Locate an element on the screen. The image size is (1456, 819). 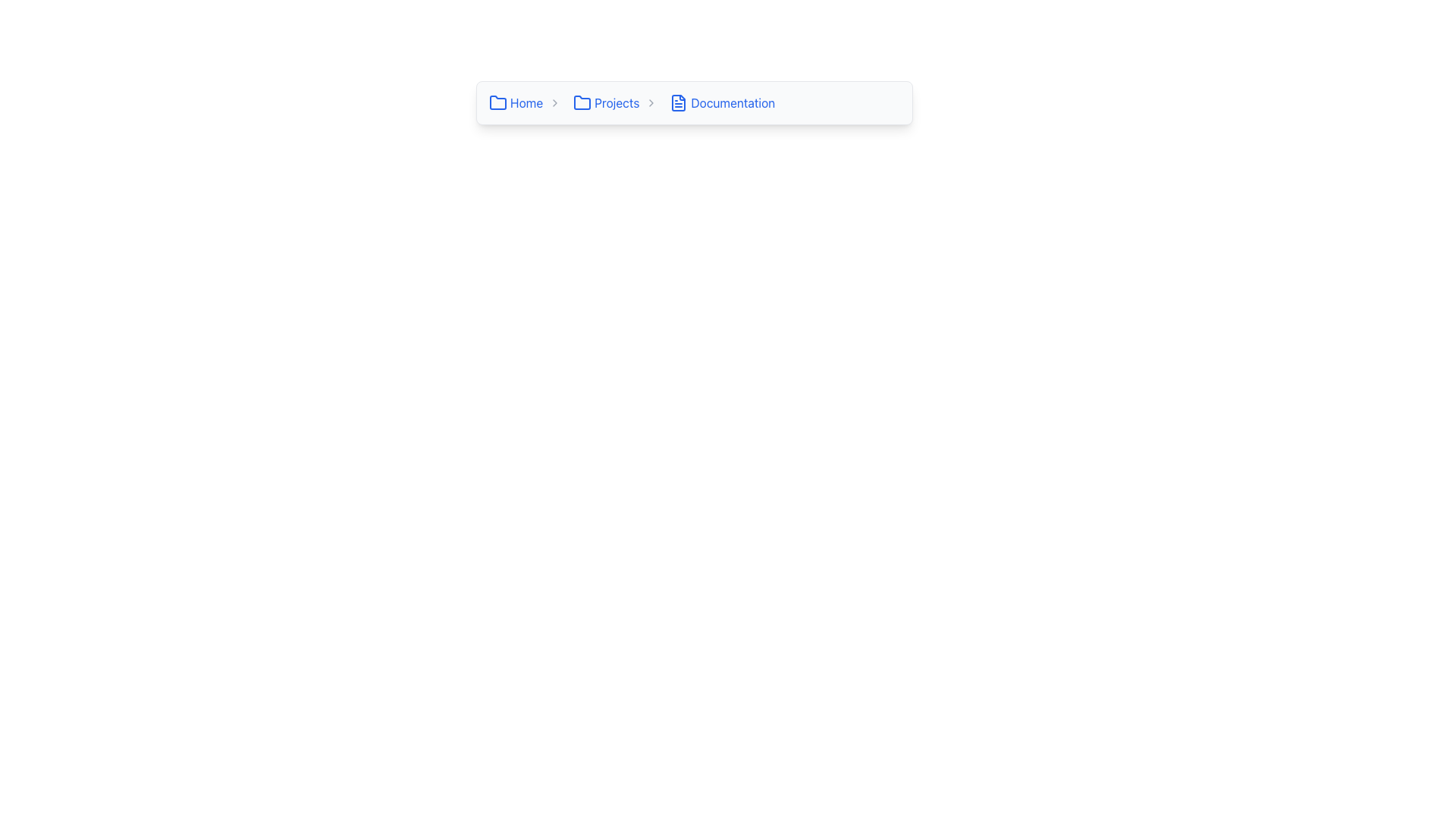
the 'Home' text label within the breadcrumb navigation link is located at coordinates (526, 102).